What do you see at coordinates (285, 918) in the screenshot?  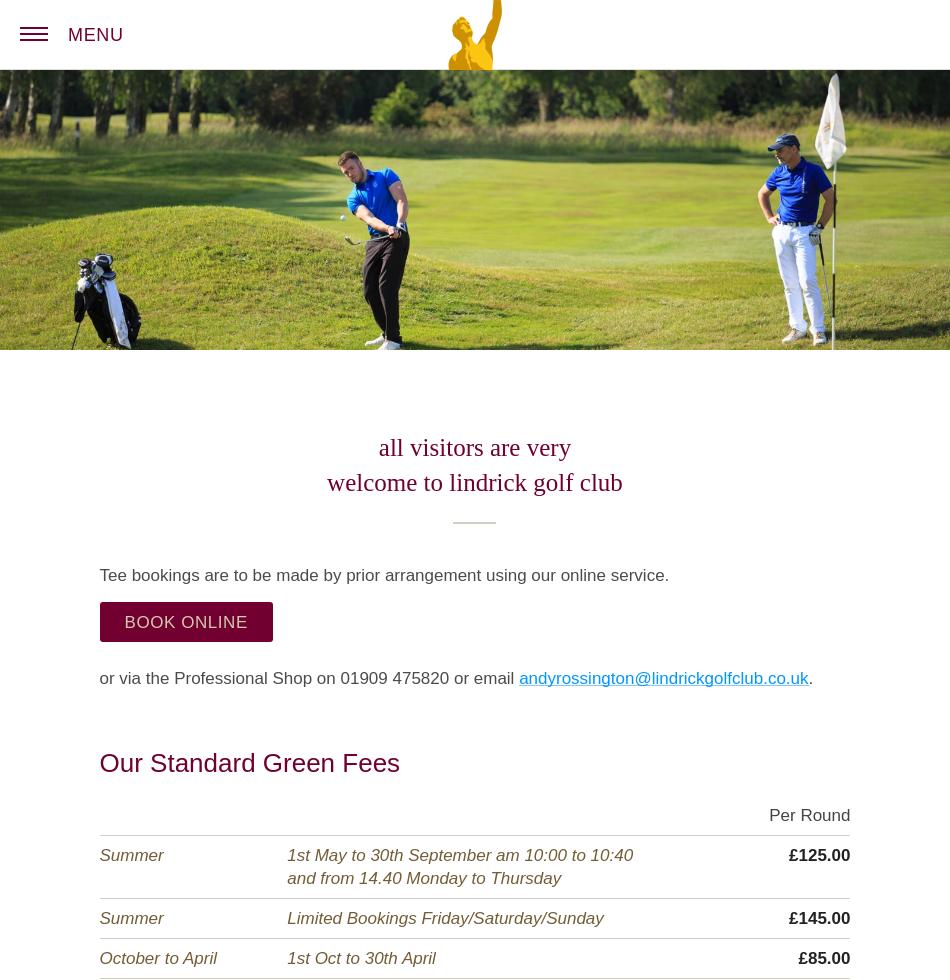 I see `'Limited Bookings Friday/Saturday/Sunday'` at bounding box center [285, 918].